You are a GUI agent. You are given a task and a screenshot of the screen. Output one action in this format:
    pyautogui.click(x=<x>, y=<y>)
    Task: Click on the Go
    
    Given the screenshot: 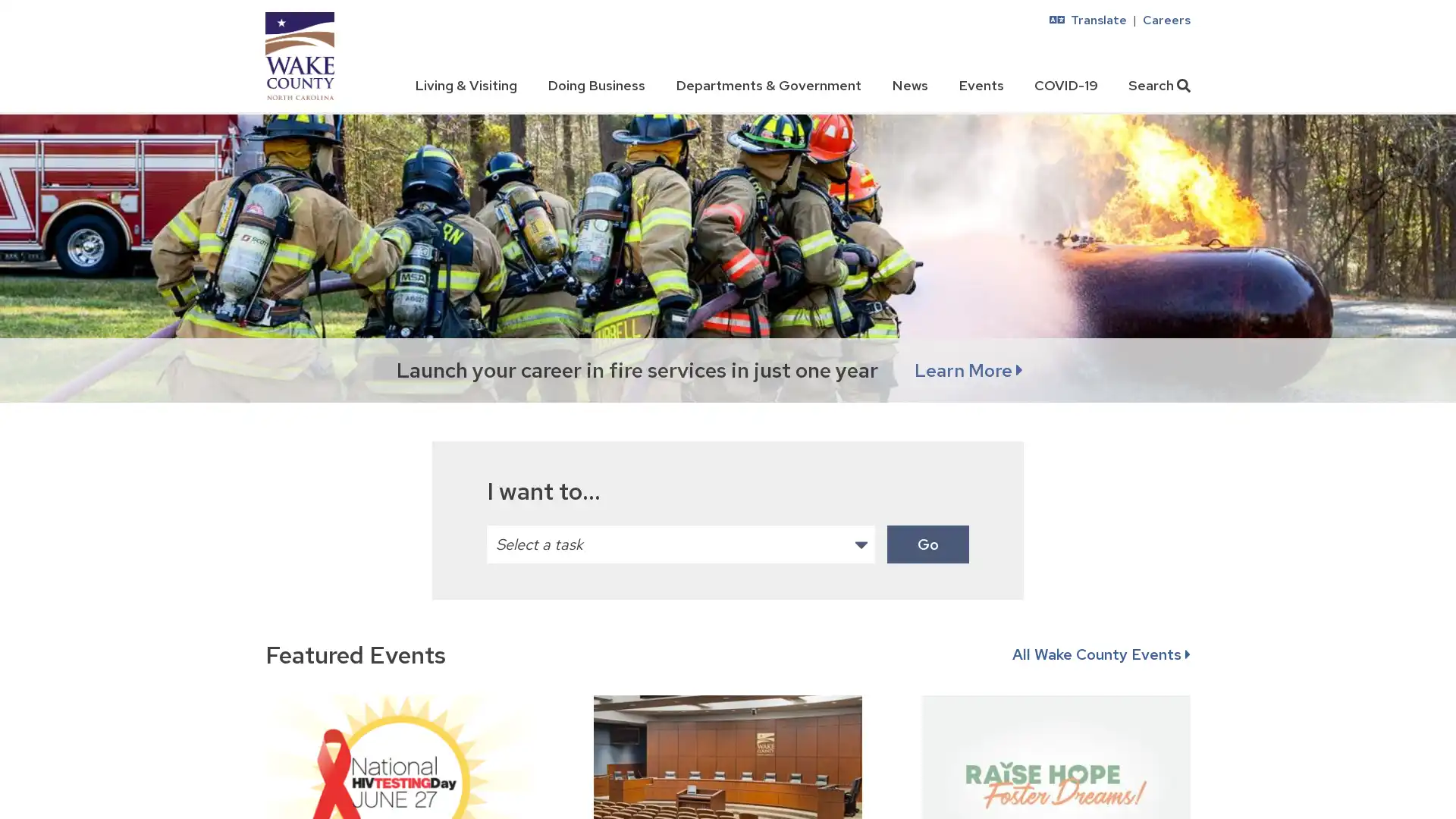 What is the action you would take?
    pyautogui.click(x=927, y=543)
    